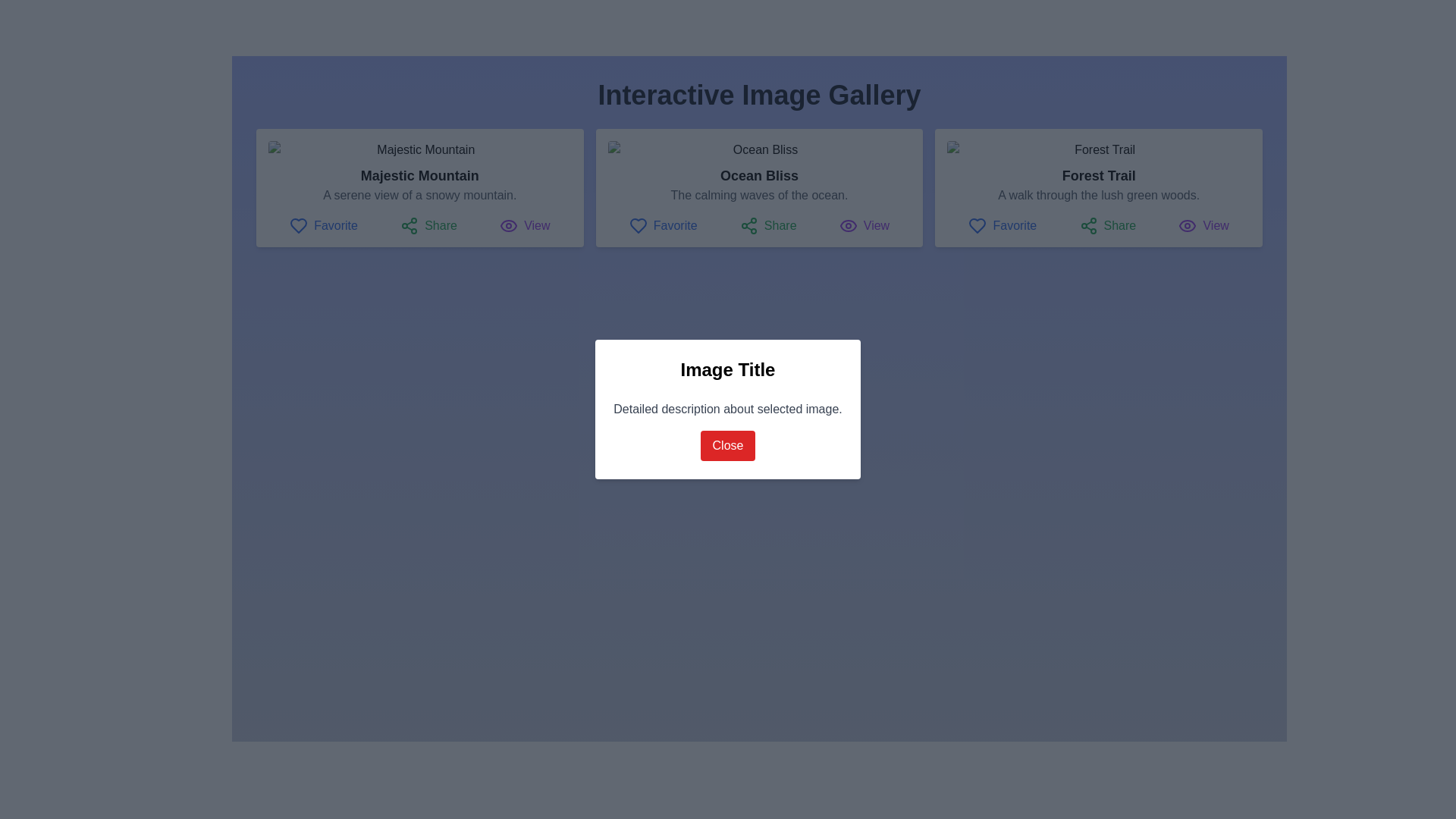 Image resolution: width=1456 pixels, height=819 pixels. Describe the element at coordinates (409, 225) in the screenshot. I see `the green 'Share' icon, which is located next to the 'Share' label in the horizontal menu of the 'Majestic Mountain' card` at that location.